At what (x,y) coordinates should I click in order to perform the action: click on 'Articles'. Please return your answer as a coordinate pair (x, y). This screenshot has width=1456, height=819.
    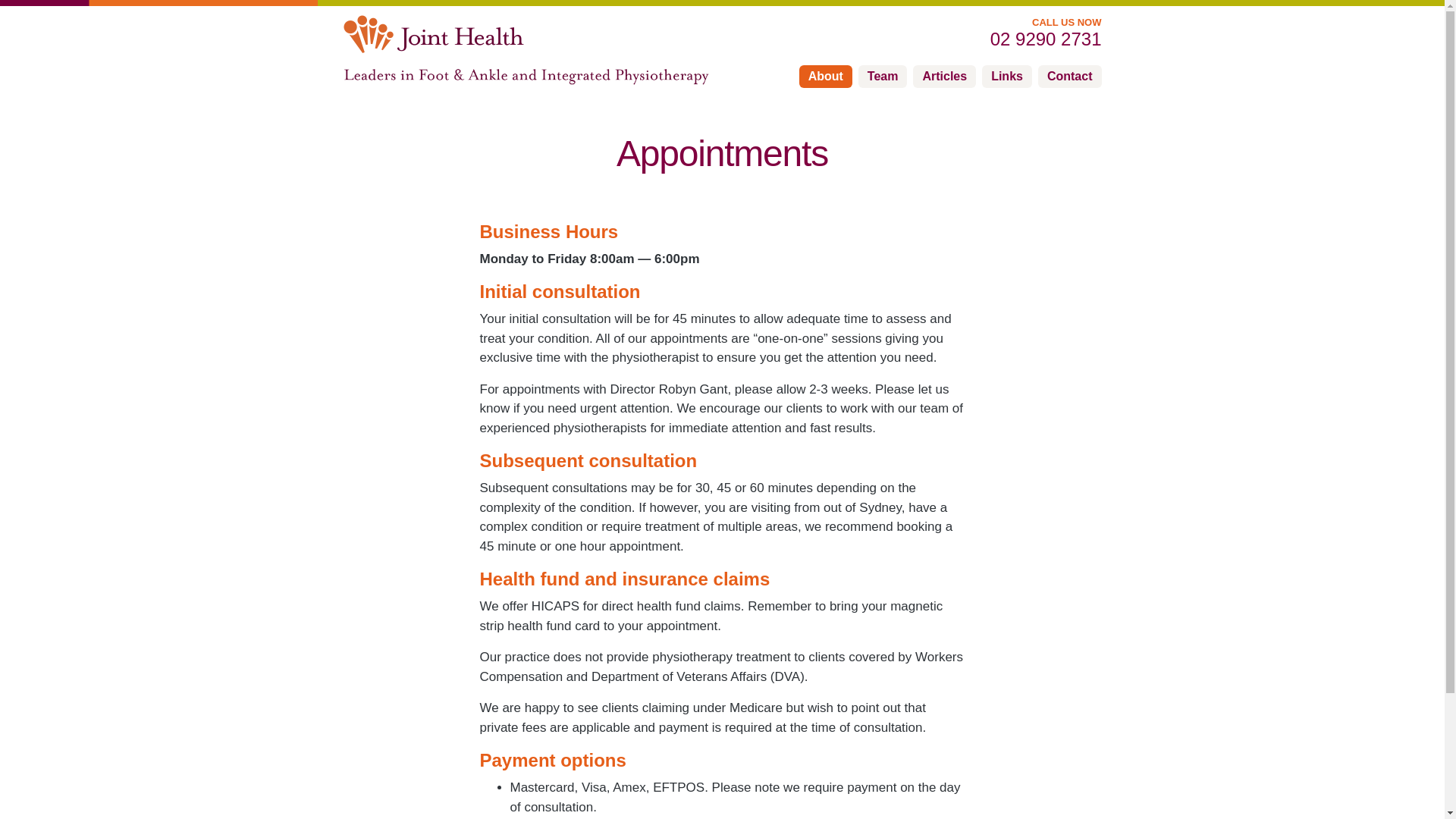
    Looking at the image, I should click on (943, 76).